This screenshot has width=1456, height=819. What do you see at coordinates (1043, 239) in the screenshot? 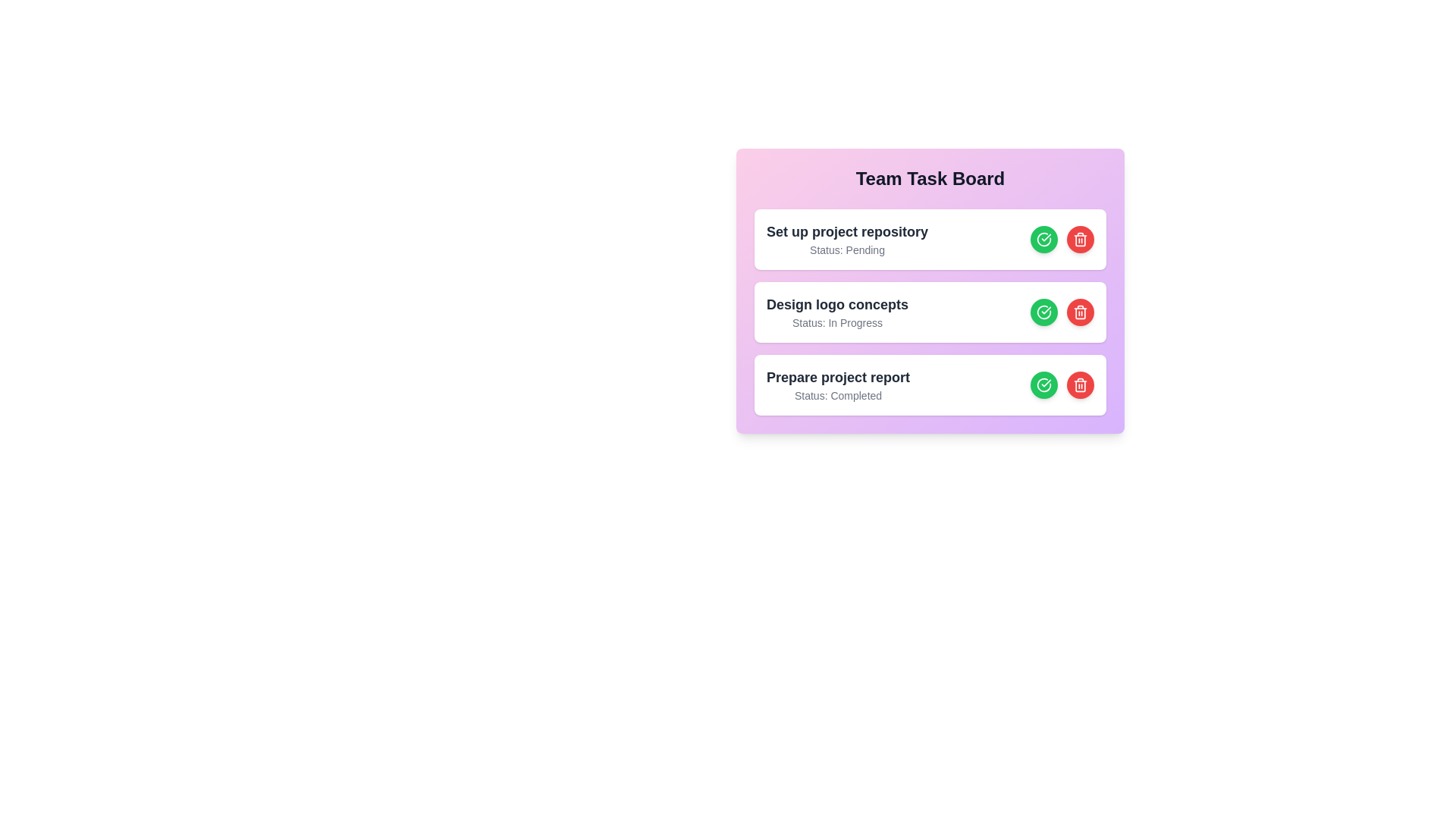
I see `'Complete Task' button for the task 1` at bounding box center [1043, 239].